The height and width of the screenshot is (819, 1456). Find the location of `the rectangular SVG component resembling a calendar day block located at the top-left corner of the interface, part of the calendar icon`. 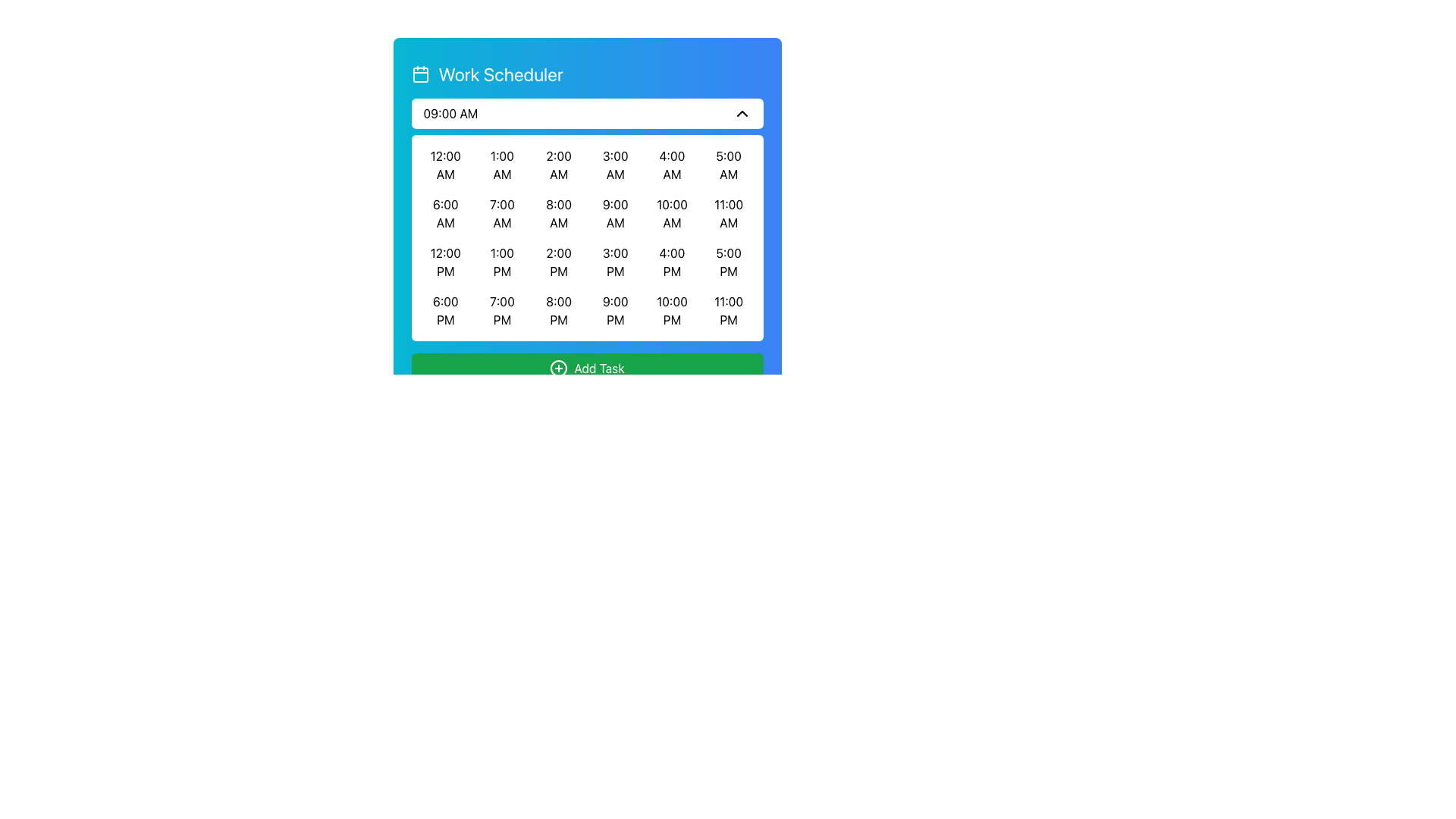

the rectangular SVG component resembling a calendar day block located at the top-left corner of the interface, part of the calendar icon is located at coordinates (420, 75).